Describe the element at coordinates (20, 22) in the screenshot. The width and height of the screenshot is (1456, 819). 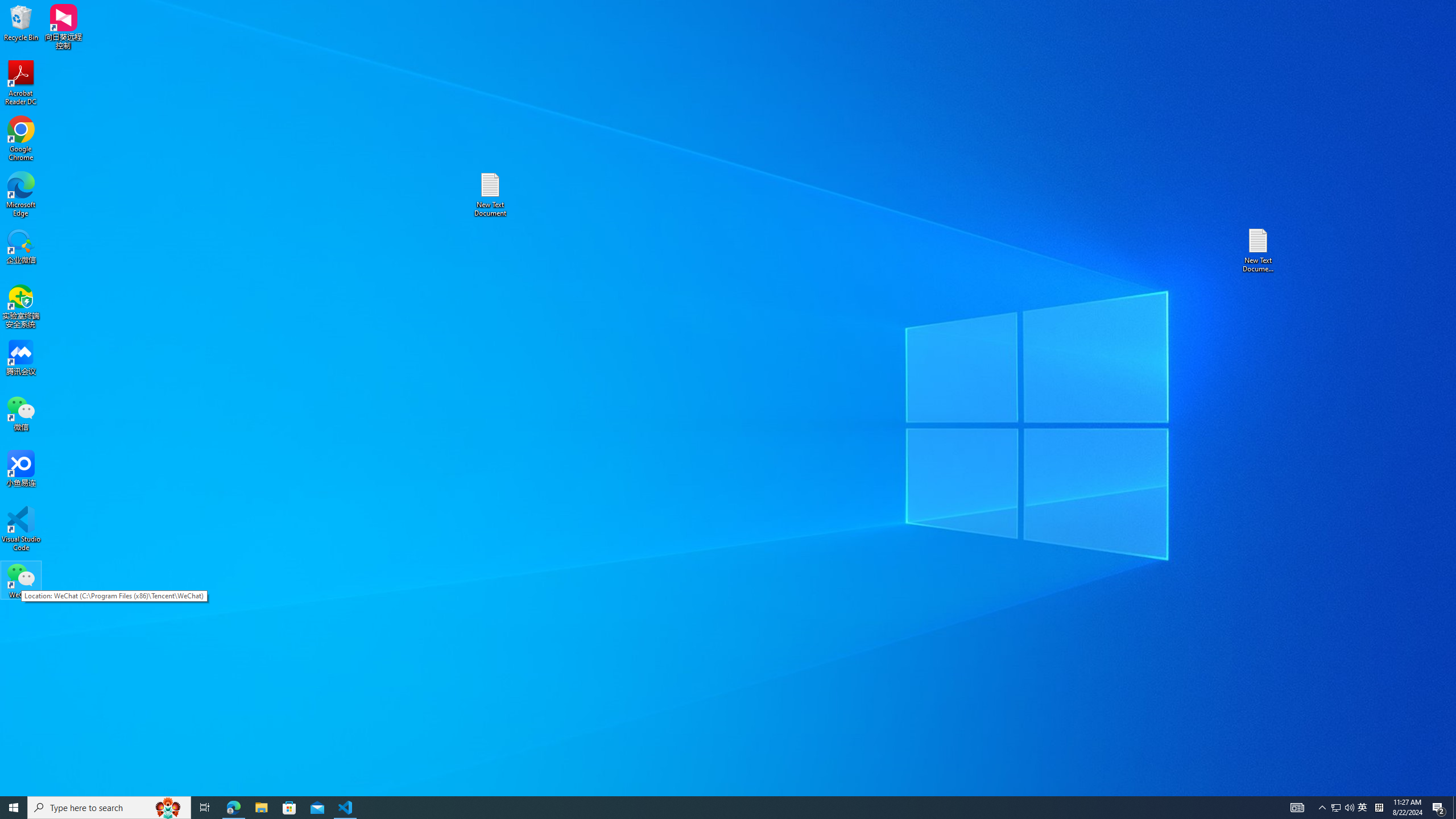
I see `'Recycle Bin'` at that location.